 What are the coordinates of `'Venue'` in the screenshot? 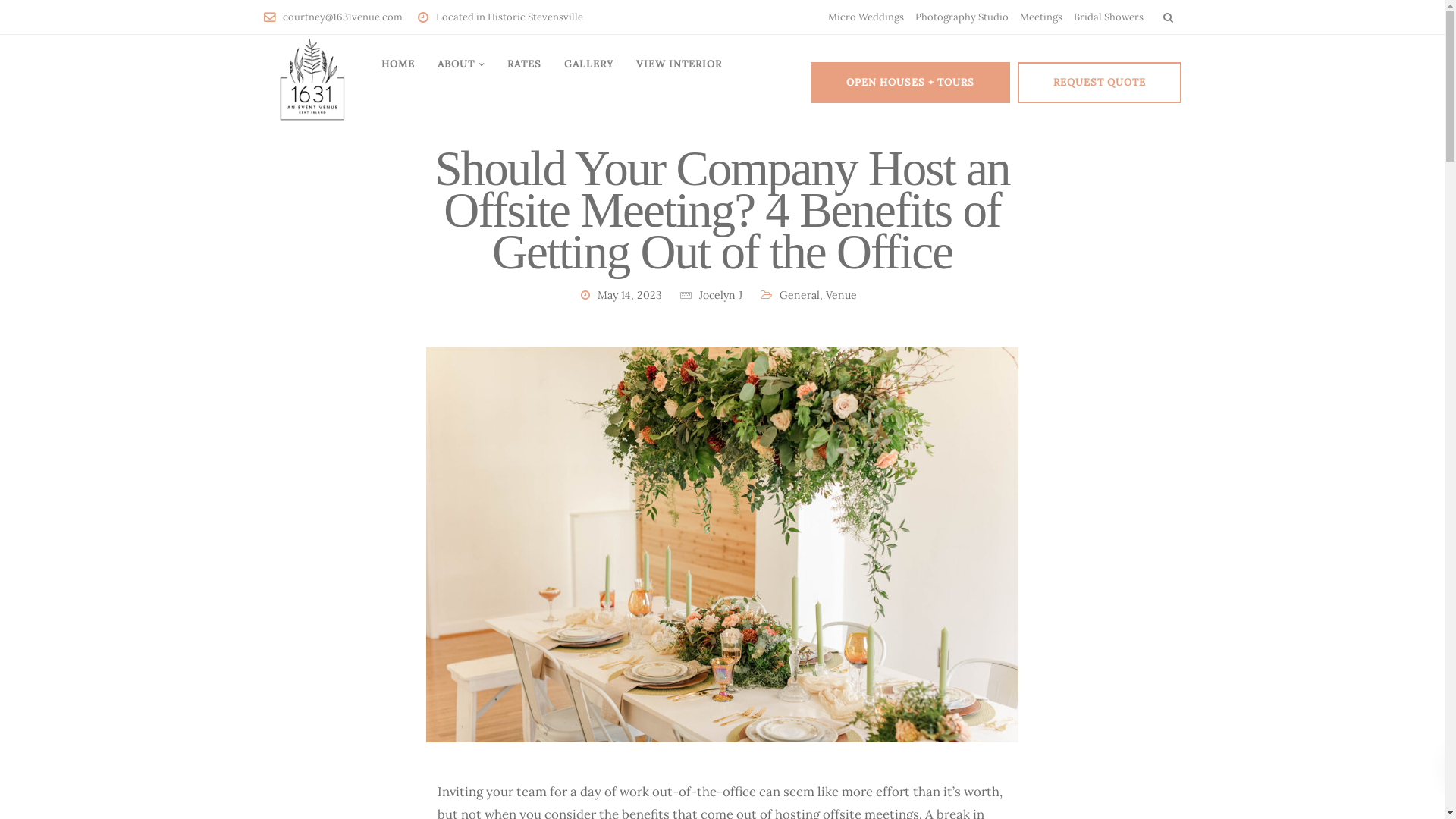 It's located at (839, 295).